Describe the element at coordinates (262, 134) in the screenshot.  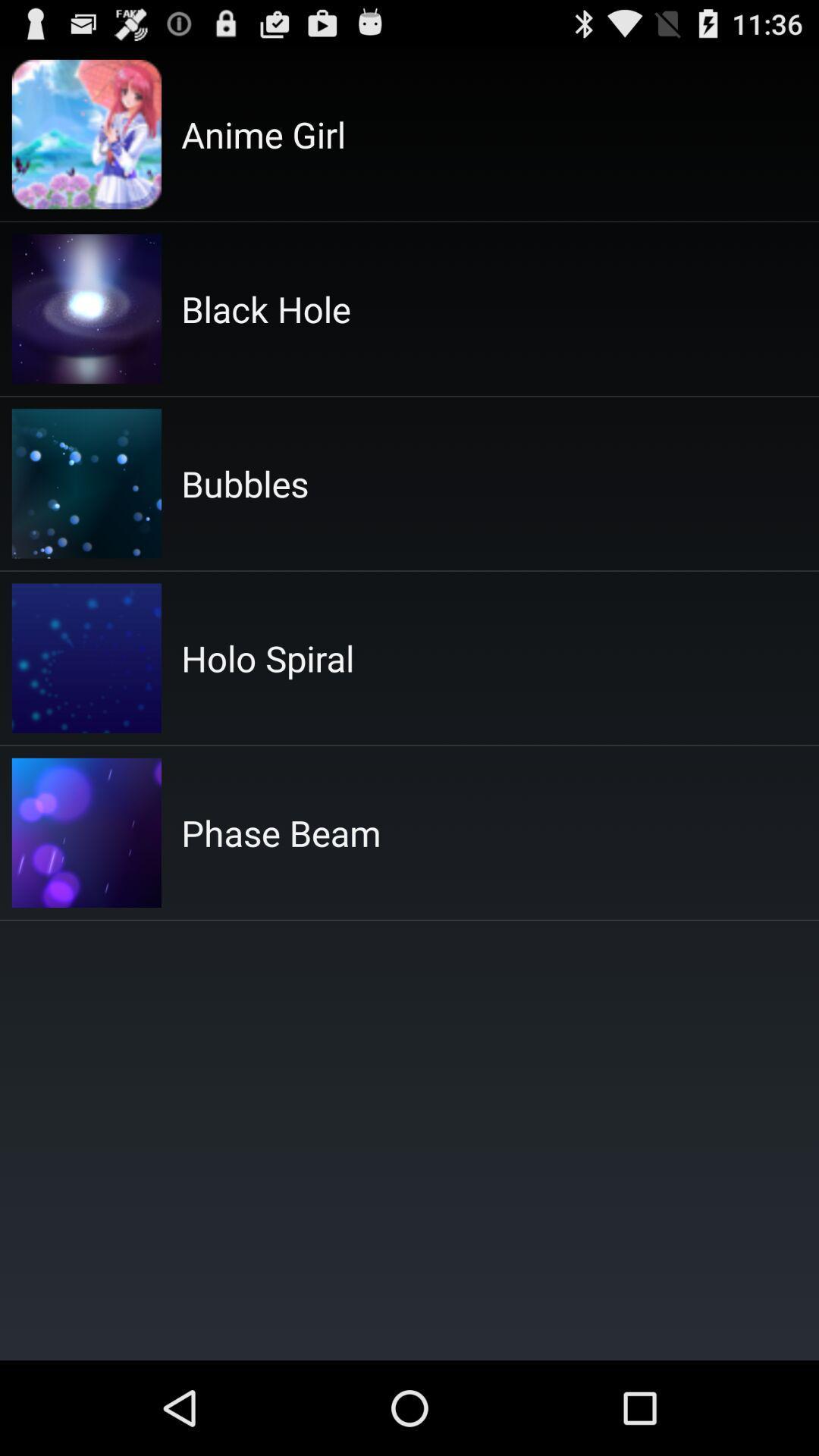
I see `icon above black hole app` at that location.